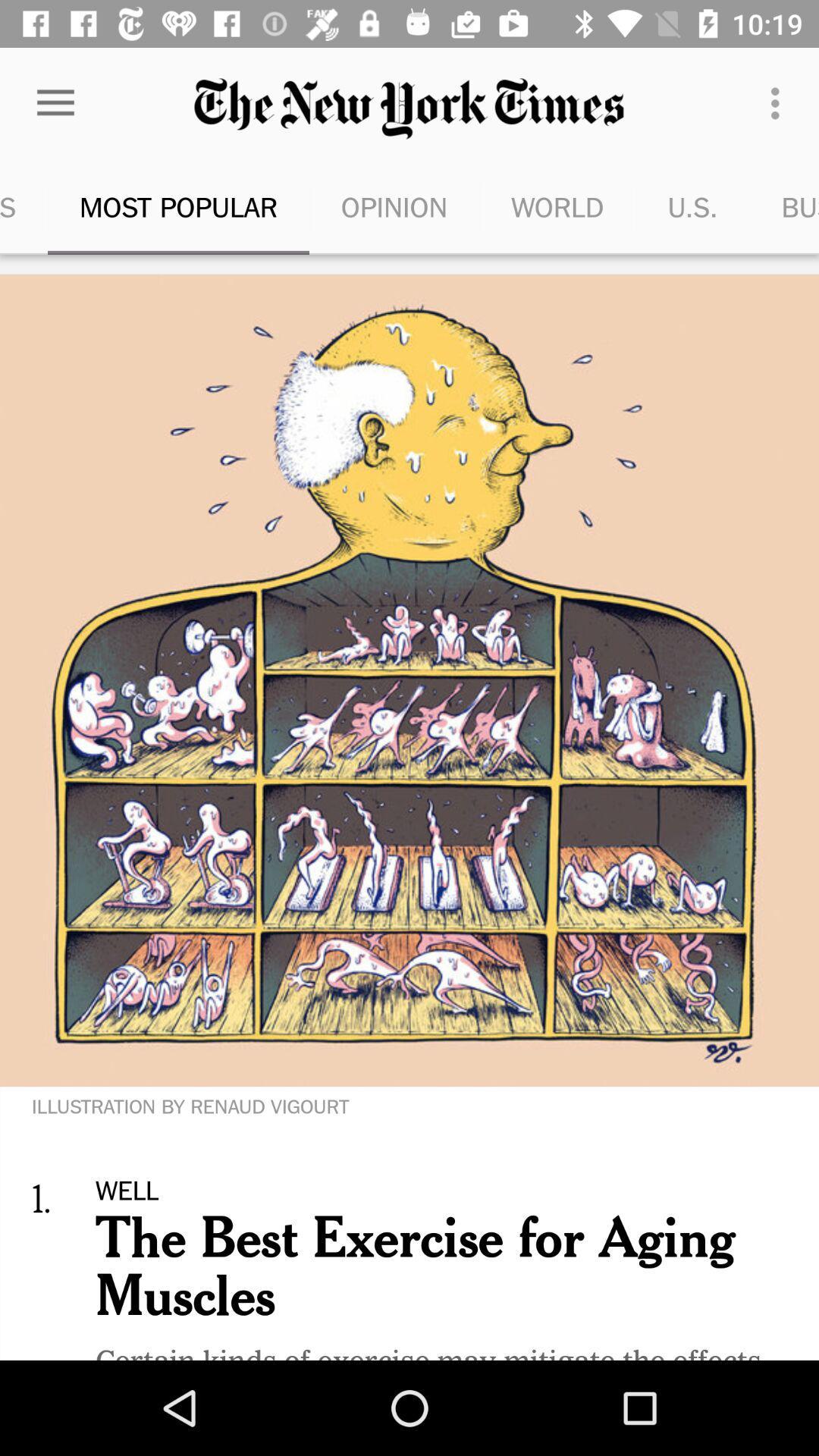  What do you see at coordinates (693, 206) in the screenshot?
I see `us` at bounding box center [693, 206].